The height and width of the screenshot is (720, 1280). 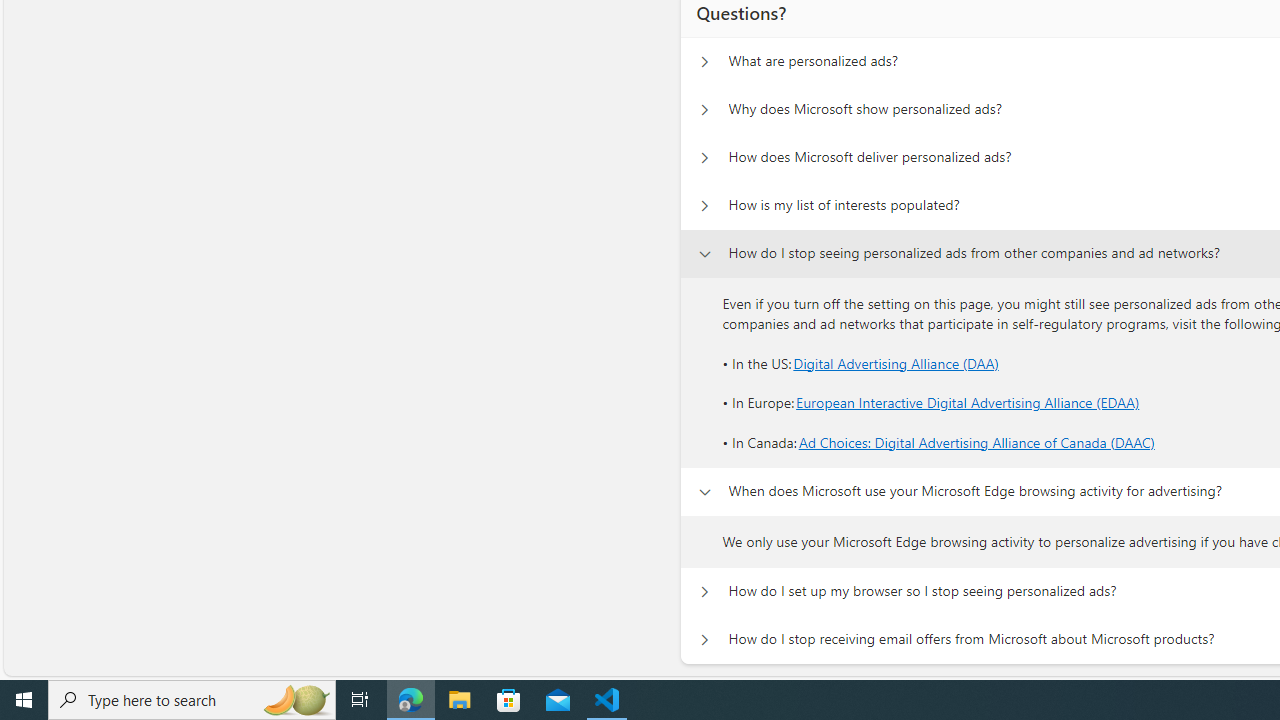 I want to click on 'European Interactive Digital Advertising Alliance (EDAA)', so click(x=968, y=403).